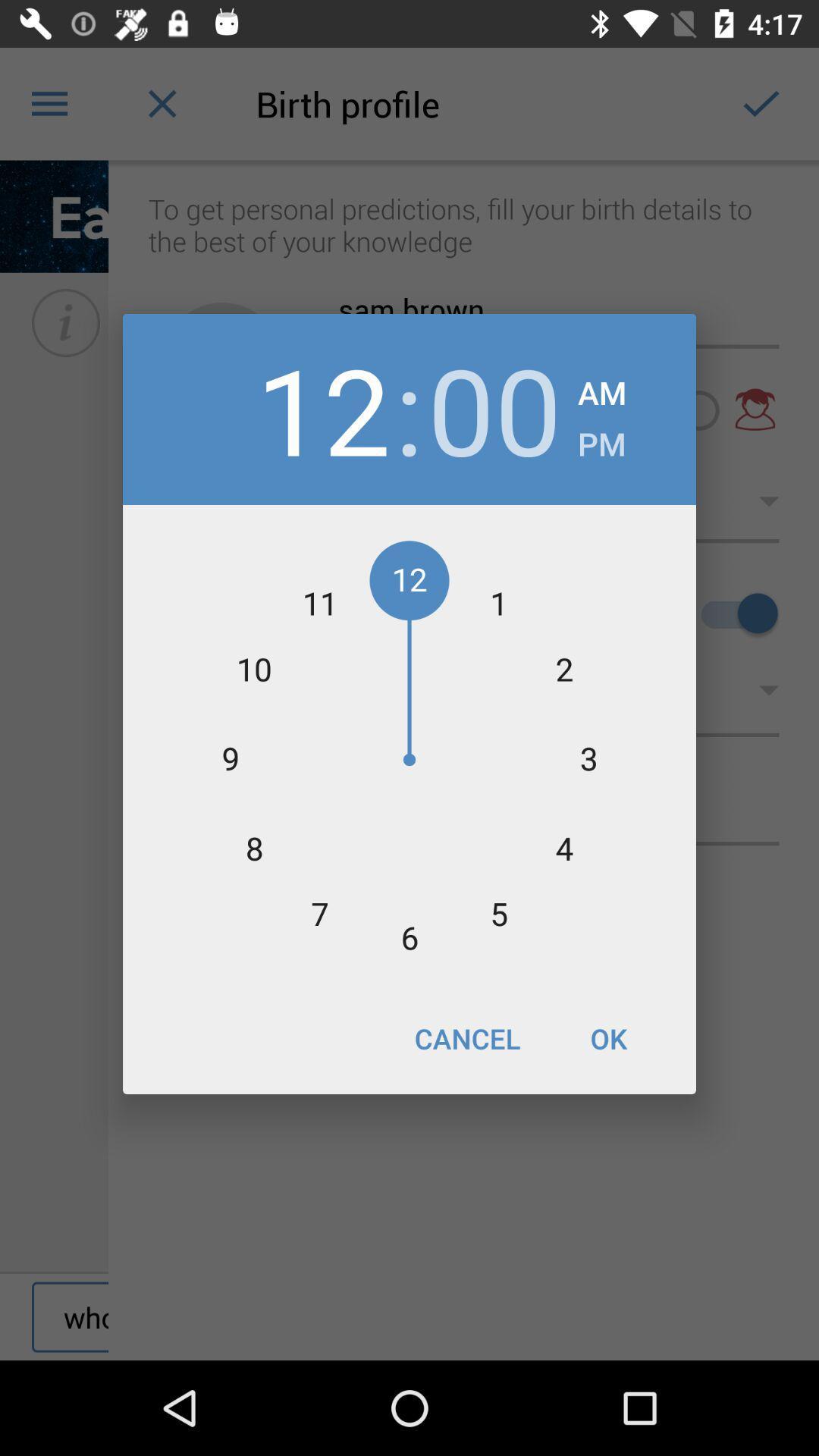  What do you see at coordinates (601, 388) in the screenshot?
I see `the am` at bounding box center [601, 388].